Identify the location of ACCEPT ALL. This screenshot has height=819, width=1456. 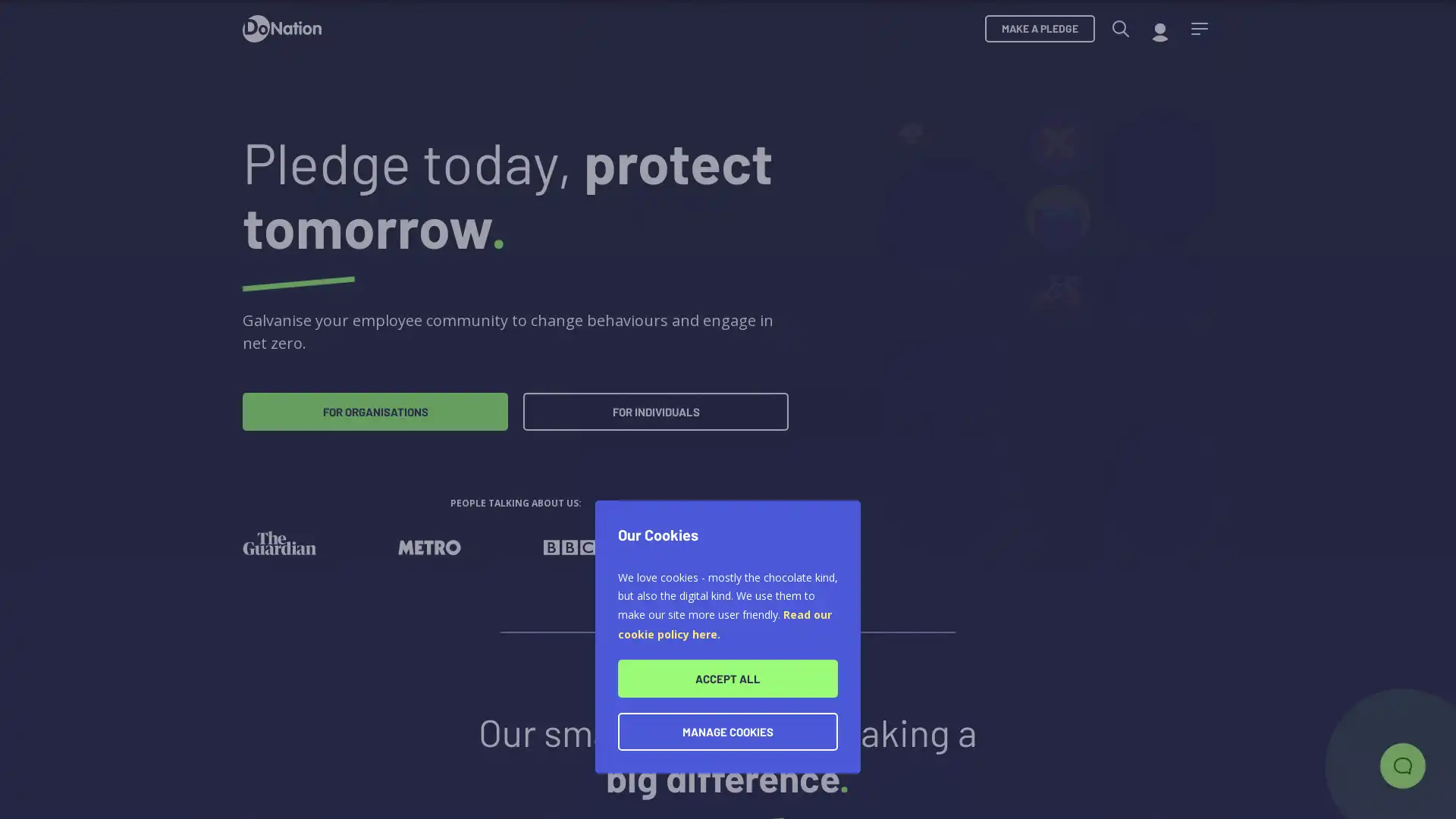
(728, 677).